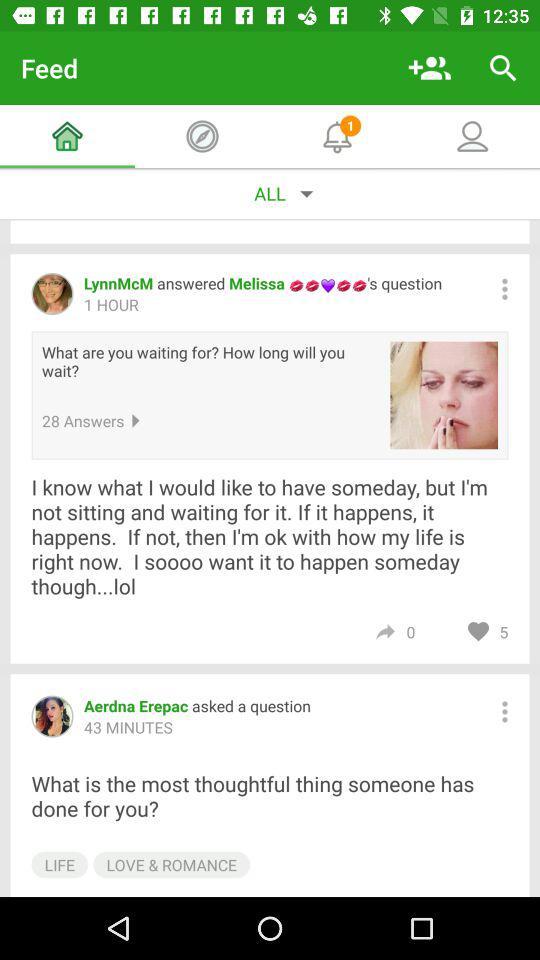 This screenshot has height=960, width=540. I want to click on the icon next to the what are you, so click(444, 394).